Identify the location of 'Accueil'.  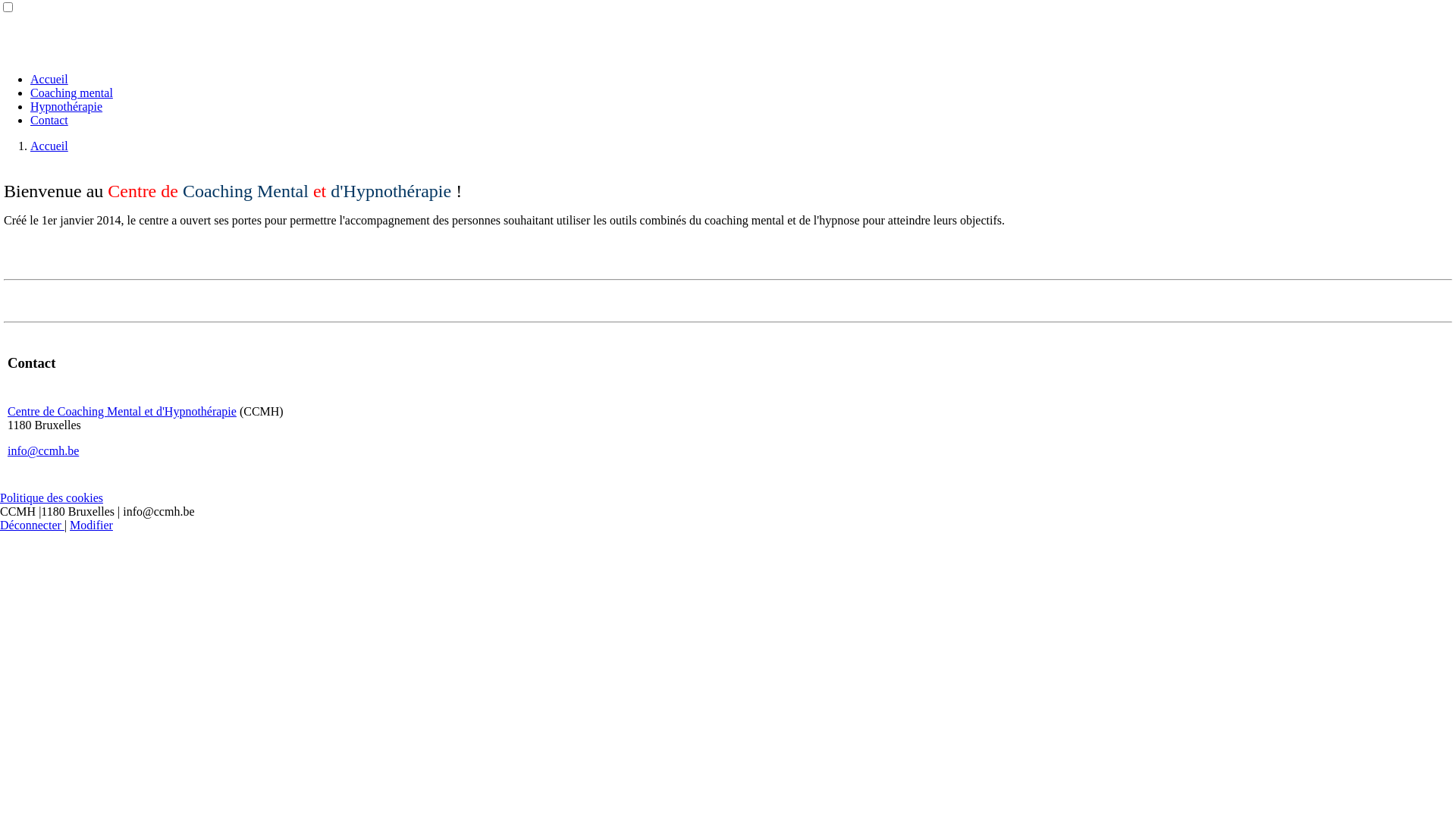
(49, 146).